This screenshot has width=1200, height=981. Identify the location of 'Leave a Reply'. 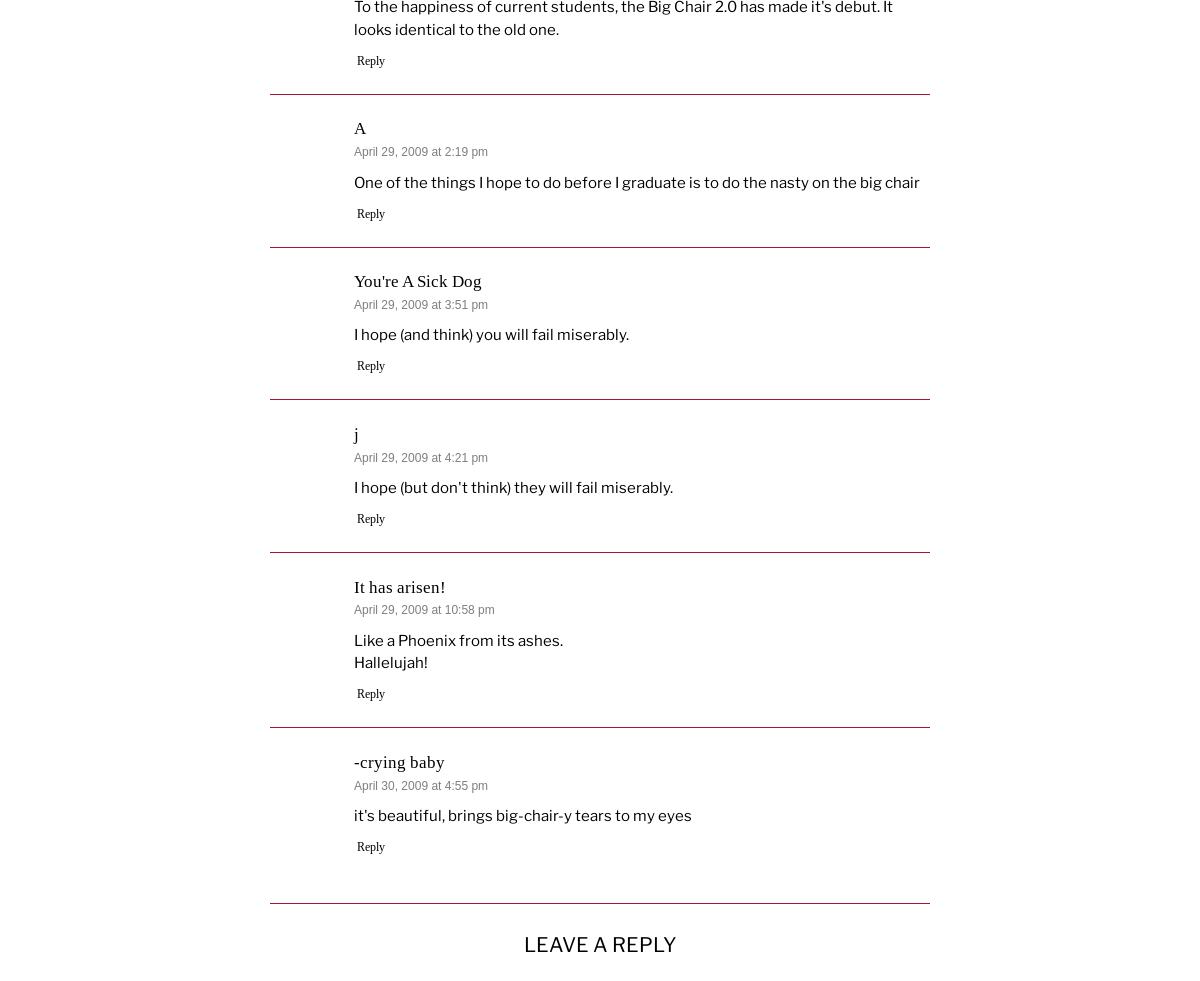
(598, 944).